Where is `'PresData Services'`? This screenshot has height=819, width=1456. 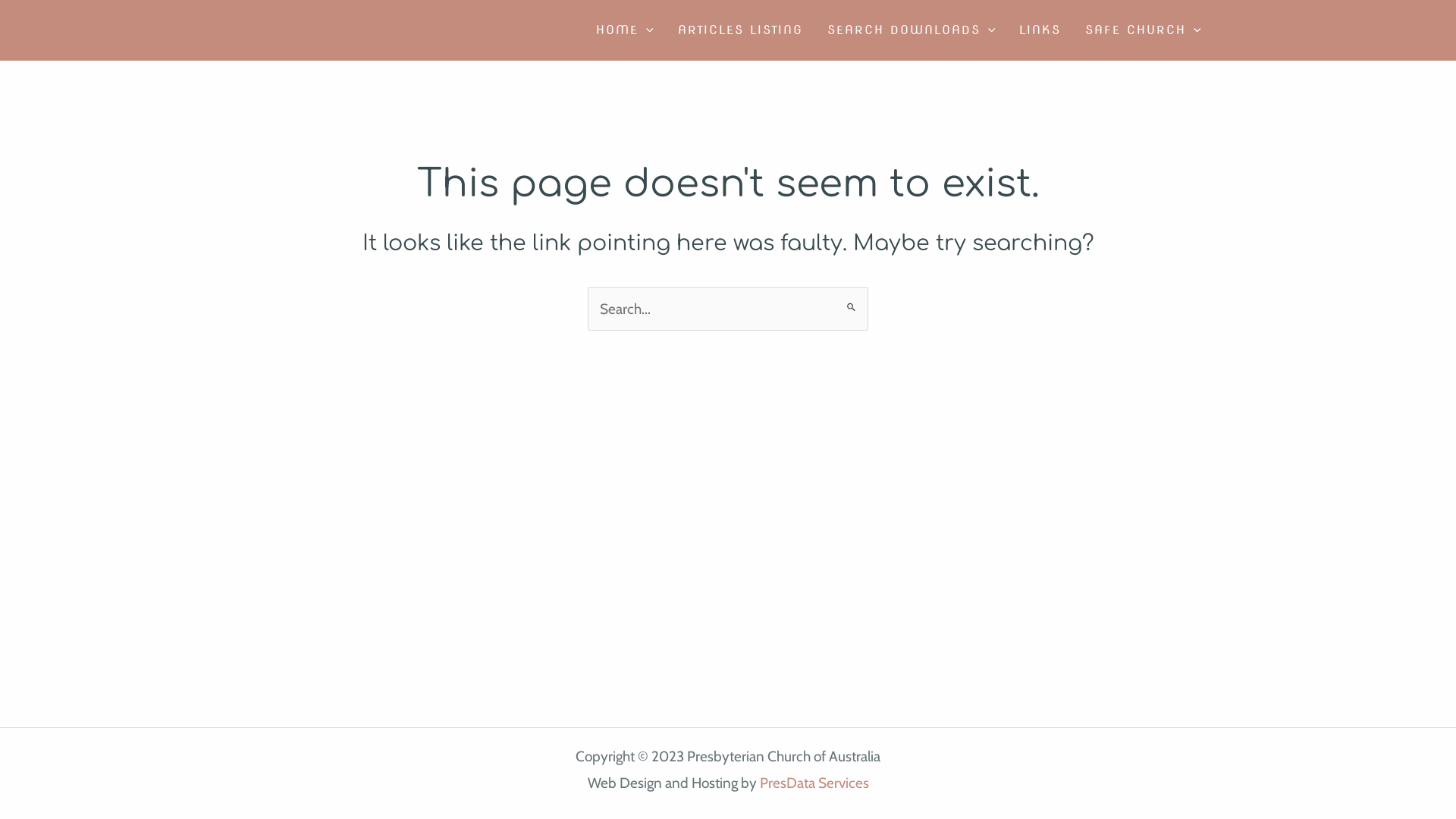
'PresData Services' is located at coordinates (814, 783).